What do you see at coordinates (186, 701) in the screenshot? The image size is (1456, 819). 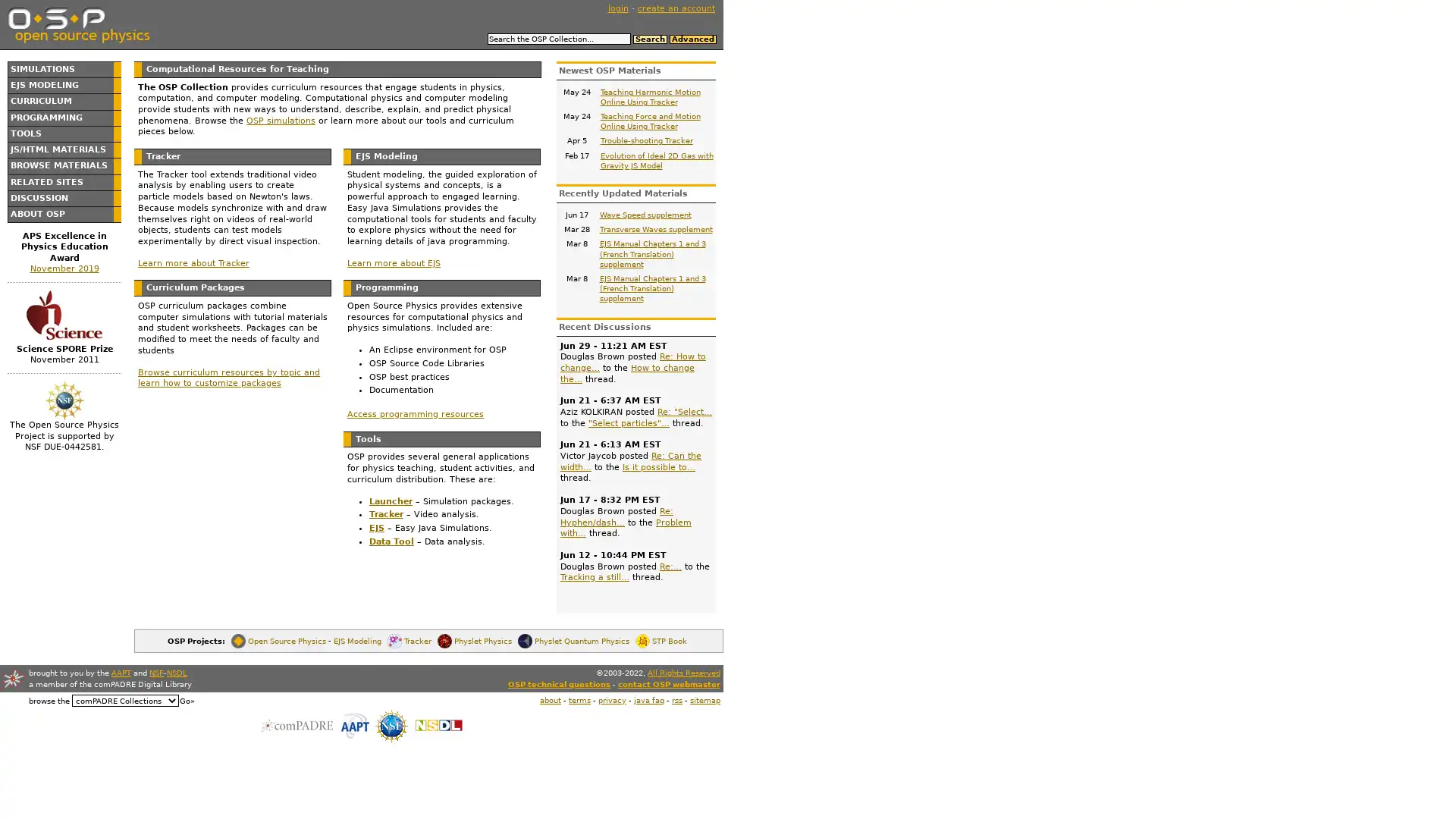 I see `Go` at bounding box center [186, 701].